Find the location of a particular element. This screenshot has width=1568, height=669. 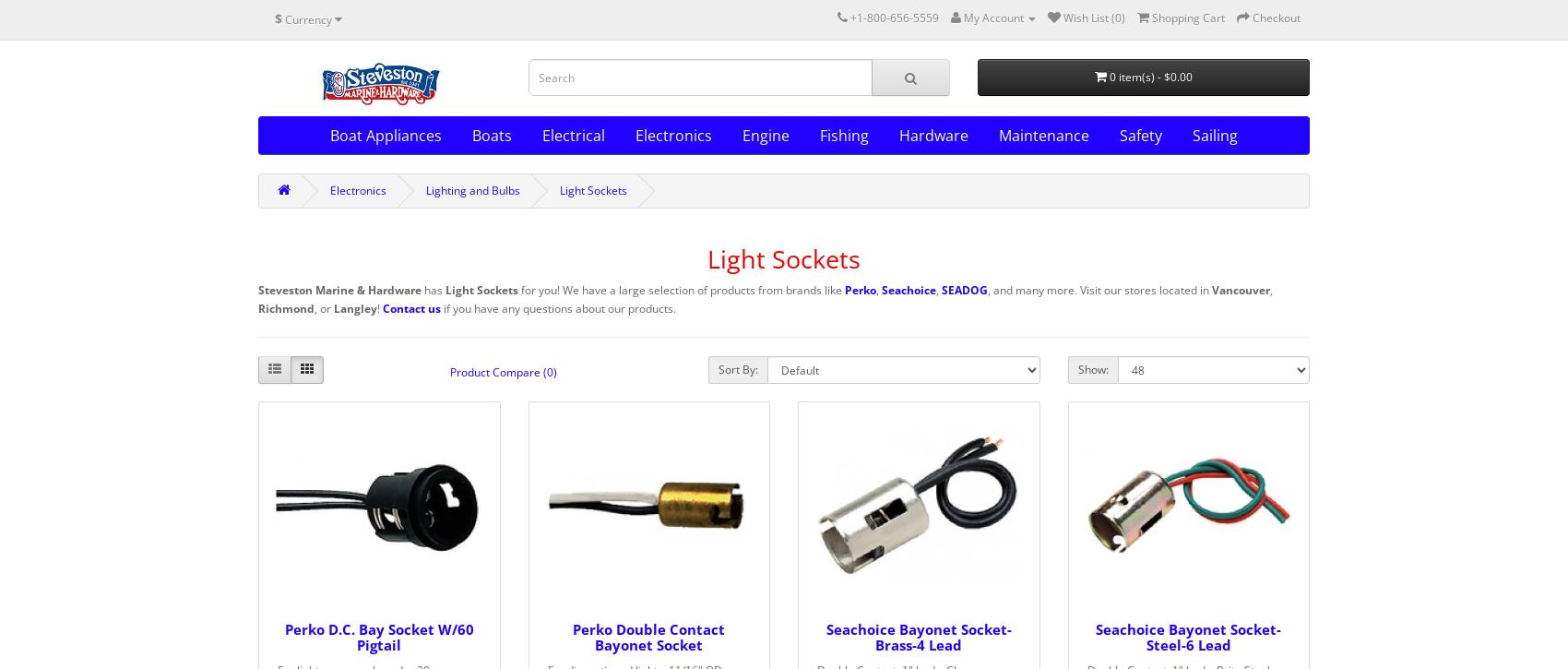

'Steveston Marine & Hardware' is located at coordinates (257, 290).